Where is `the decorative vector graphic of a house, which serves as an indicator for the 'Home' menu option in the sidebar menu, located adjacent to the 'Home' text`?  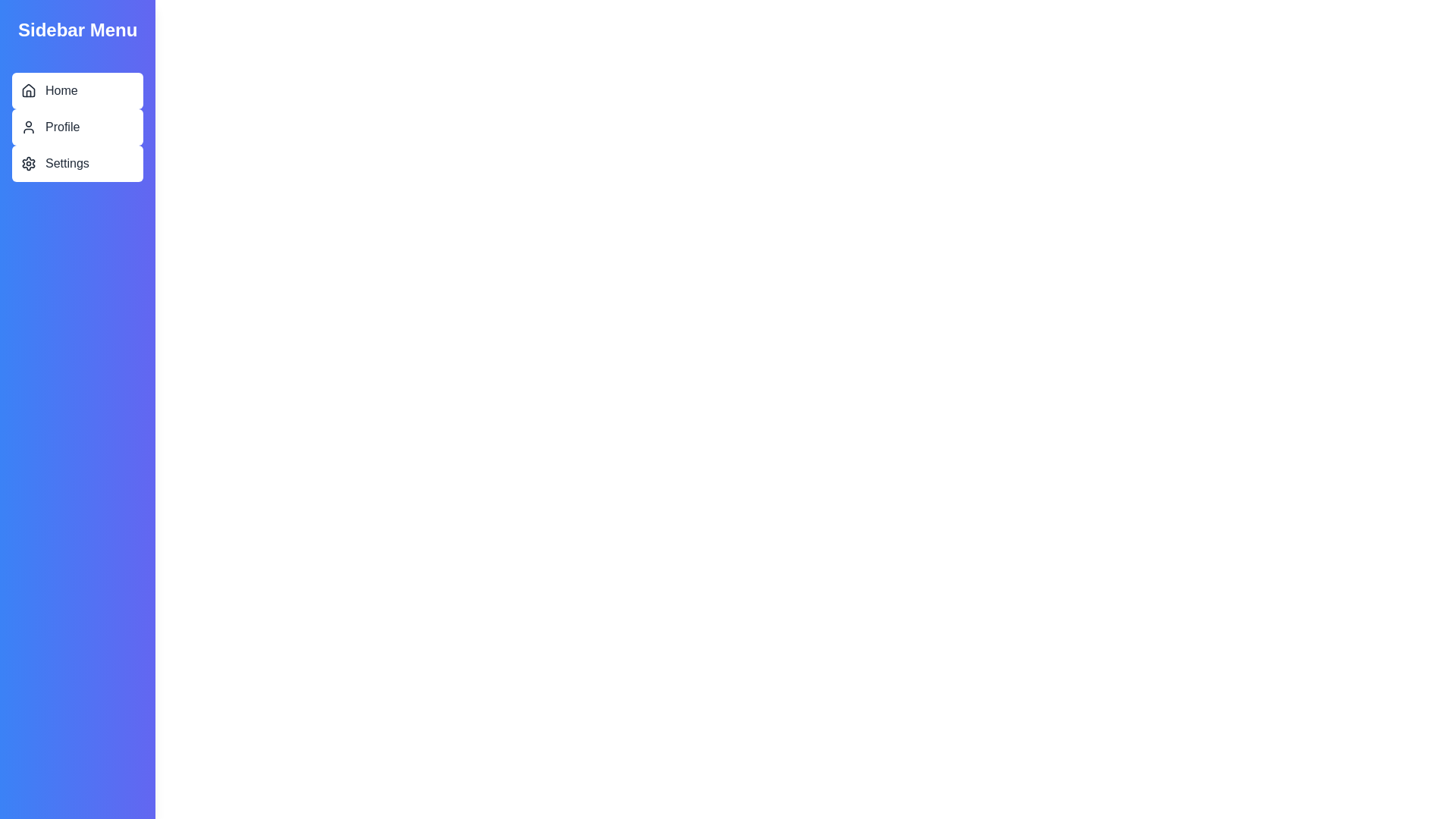
the decorative vector graphic of a house, which serves as an indicator for the 'Home' menu option in the sidebar menu, located adjacent to the 'Home' text is located at coordinates (29, 90).